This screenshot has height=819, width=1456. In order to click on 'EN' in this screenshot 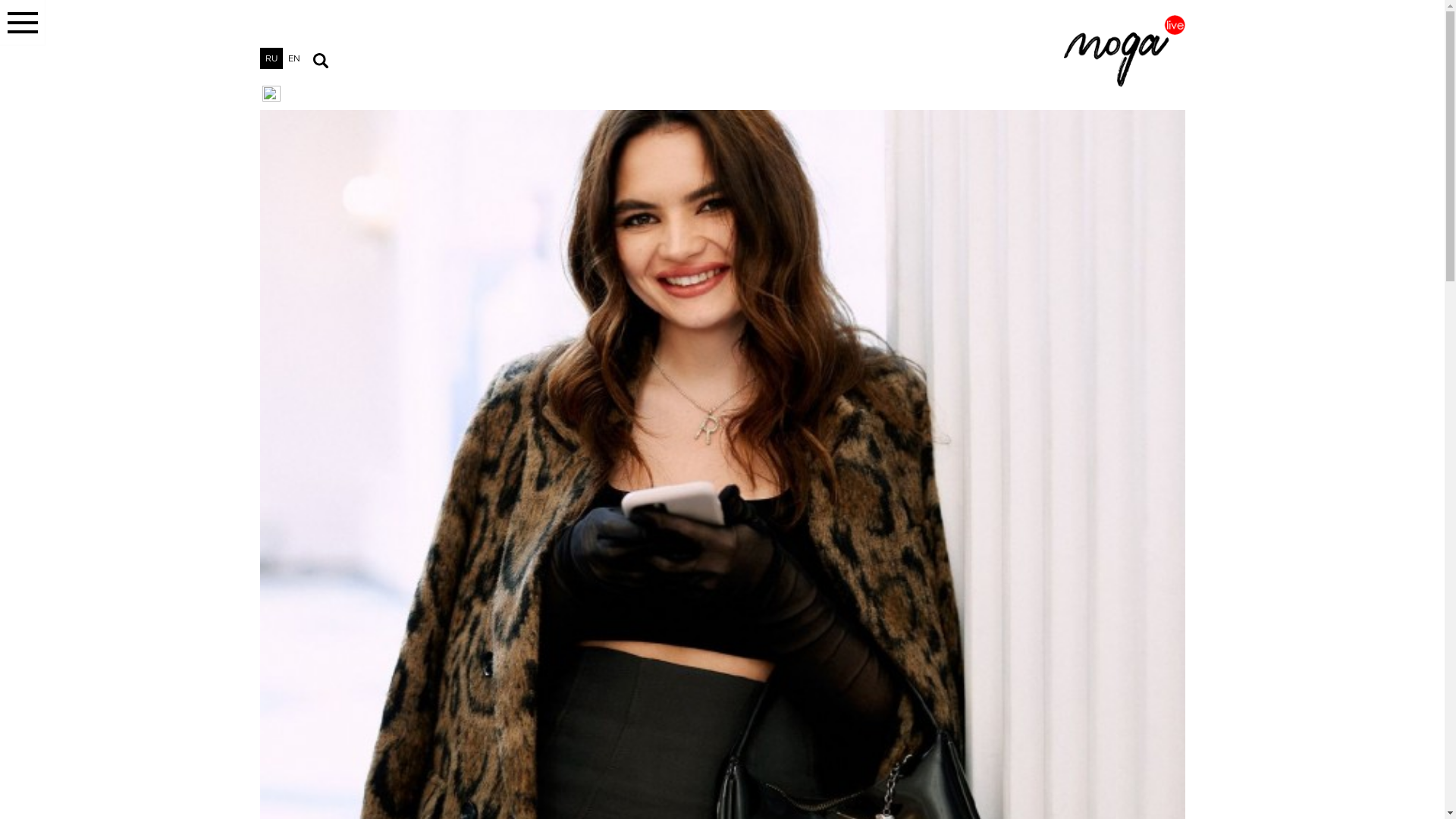, I will do `click(282, 57)`.